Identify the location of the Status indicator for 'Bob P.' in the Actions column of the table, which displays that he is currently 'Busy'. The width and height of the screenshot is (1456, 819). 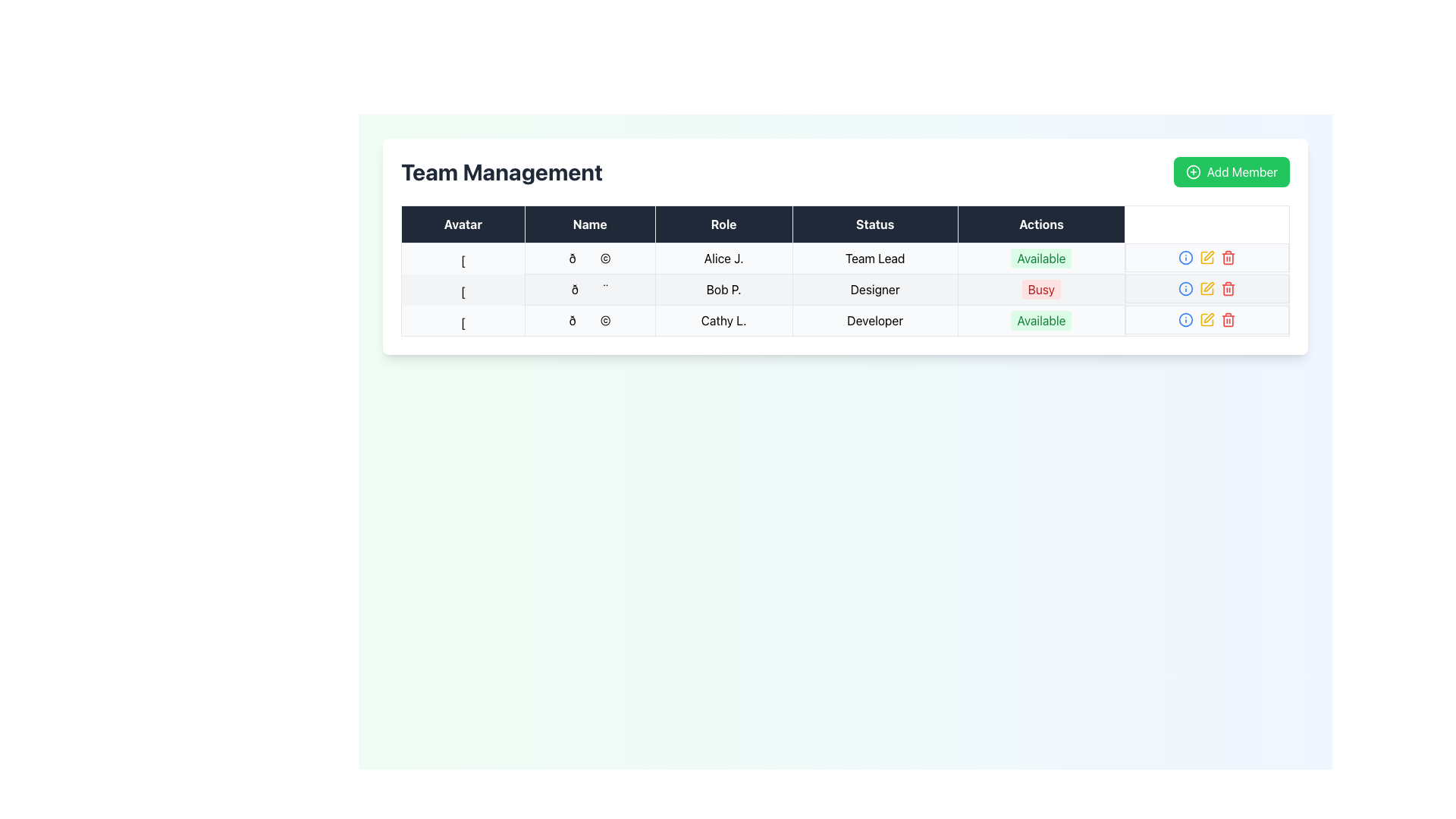
(1040, 289).